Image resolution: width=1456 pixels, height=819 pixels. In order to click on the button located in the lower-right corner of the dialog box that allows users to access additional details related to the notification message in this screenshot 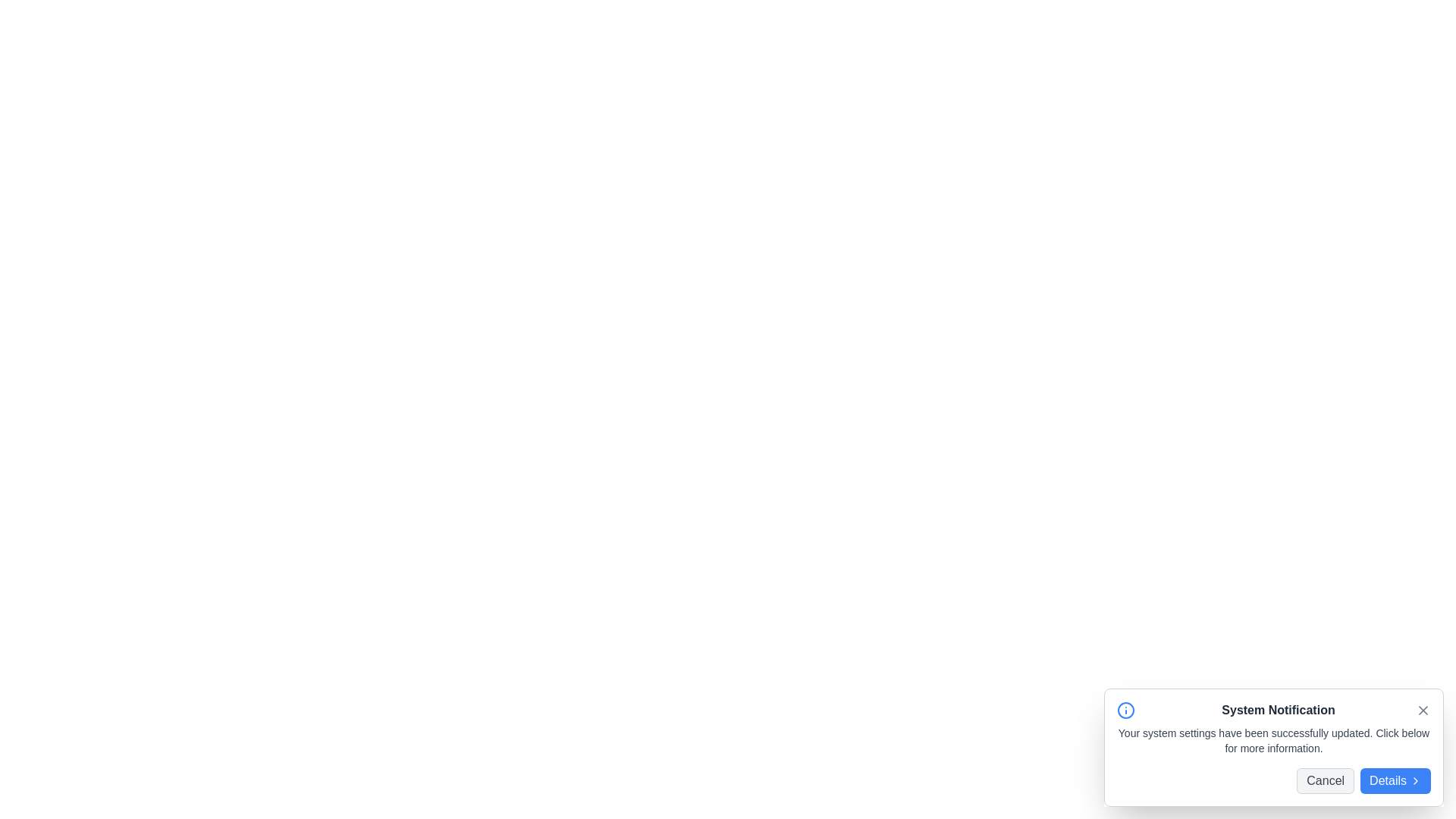, I will do `click(1395, 780)`.